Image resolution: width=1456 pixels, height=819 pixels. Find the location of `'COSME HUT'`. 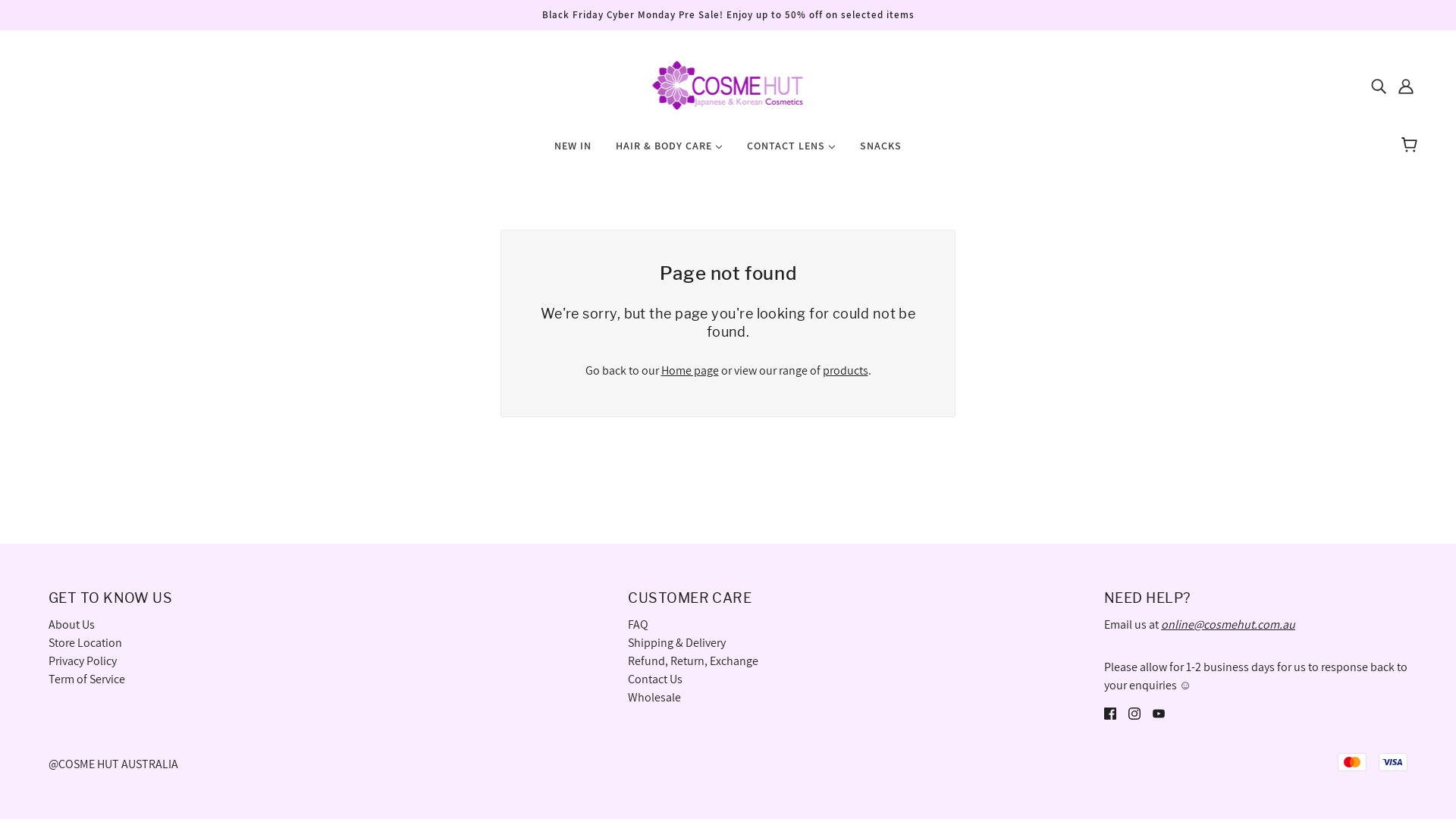

'COSME HUT' is located at coordinates (728, 83).